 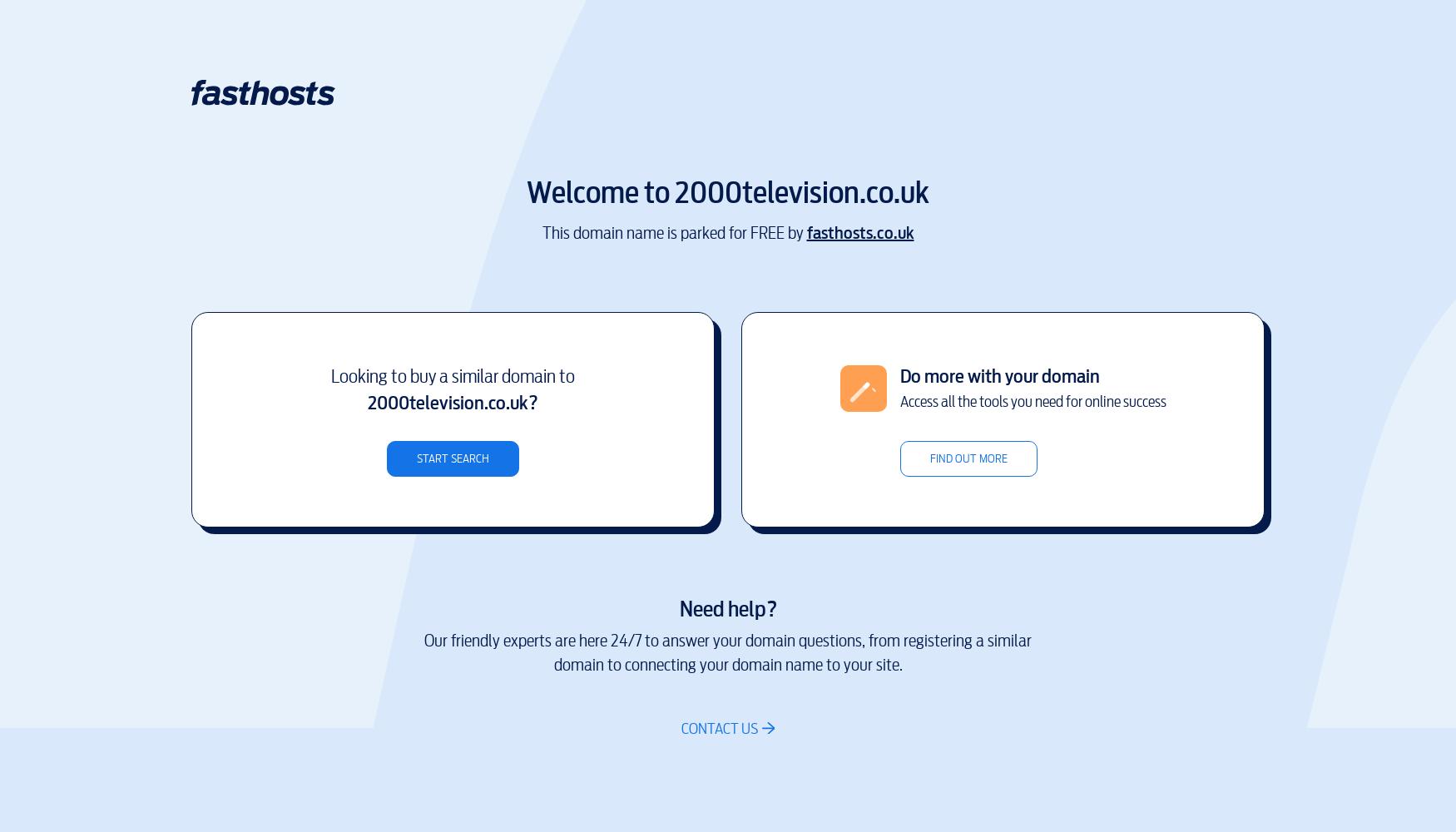 What do you see at coordinates (720, 728) in the screenshot?
I see `'Contact us'` at bounding box center [720, 728].